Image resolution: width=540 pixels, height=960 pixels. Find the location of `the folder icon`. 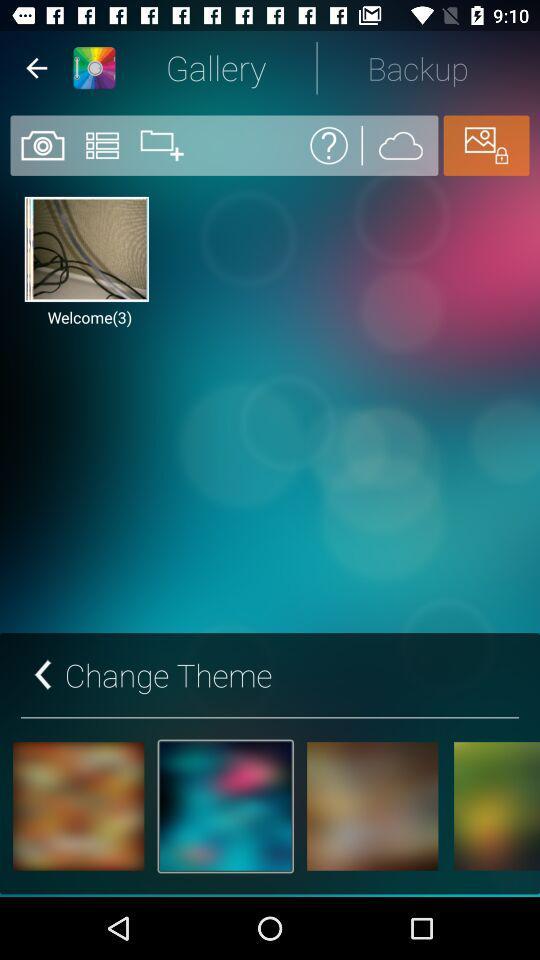

the folder icon is located at coordinates (161, 144).